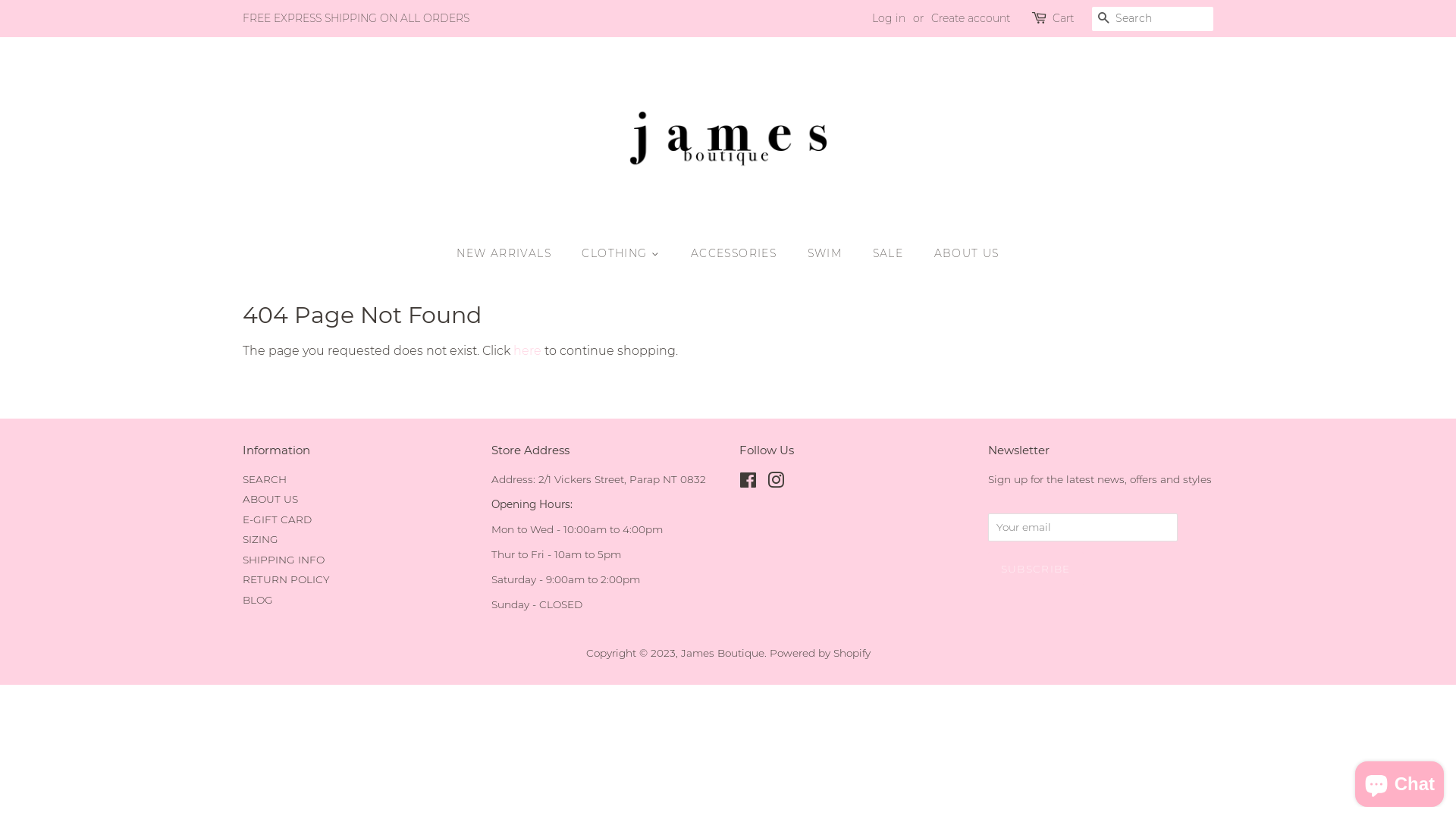 The image size is (1456, 819). What do you see at coordinates (277, 519) in the screenshot?
I see `'E-GIFT CARD'` at bounding box center [277, 519].